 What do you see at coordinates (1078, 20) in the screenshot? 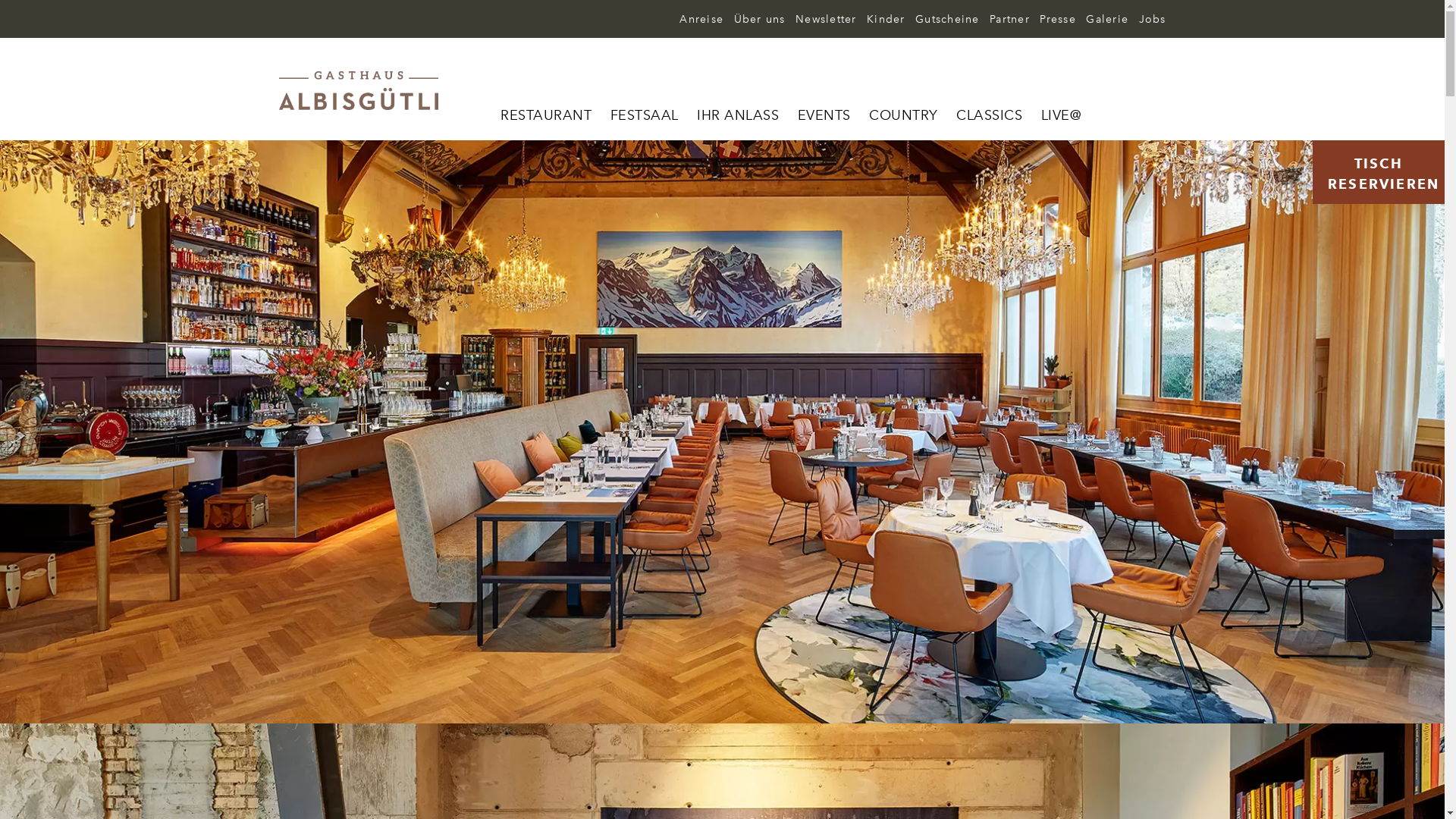
I see `'Galerie'` at bounding box center [1078, 20].